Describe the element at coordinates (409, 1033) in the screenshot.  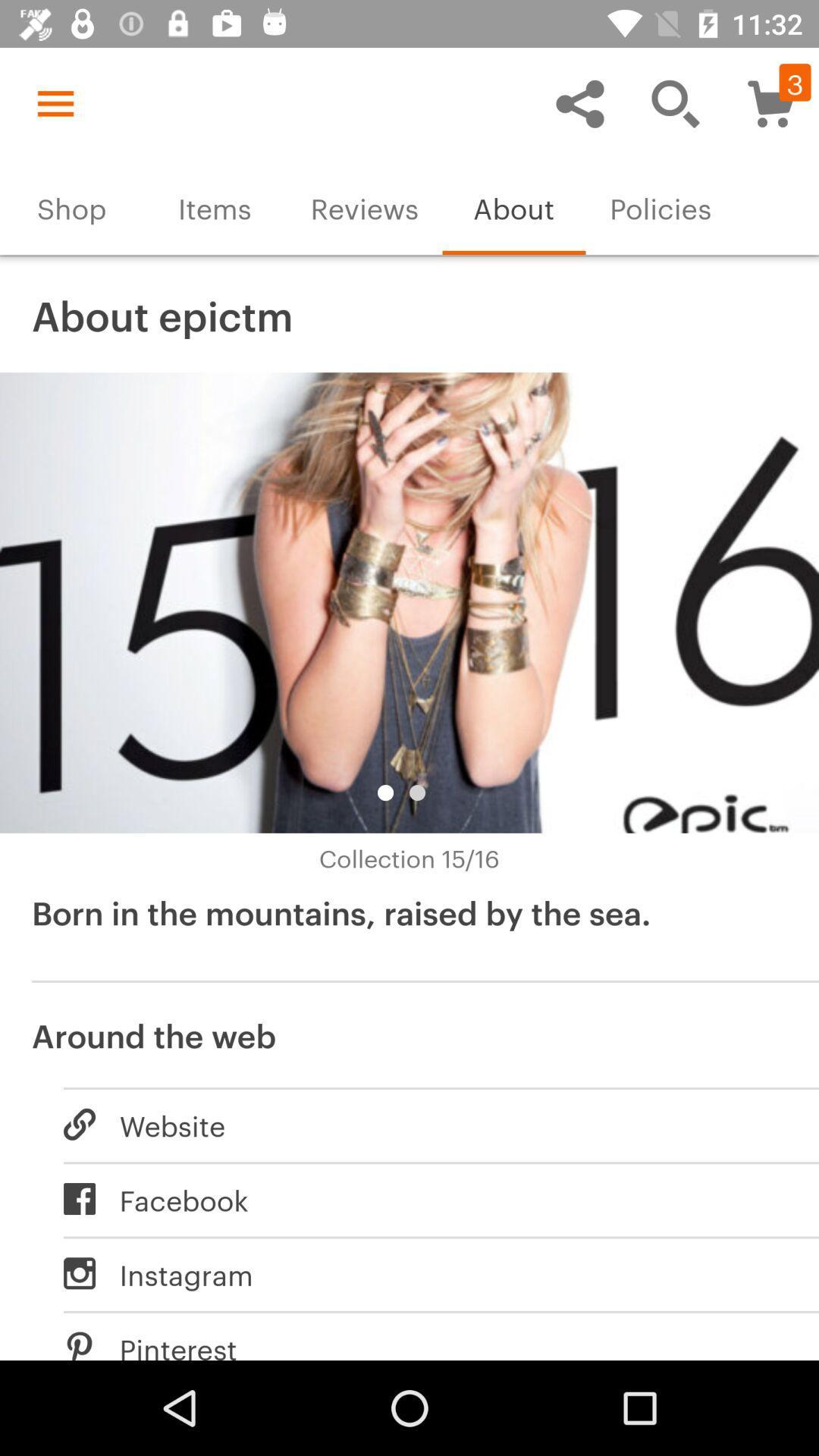
I see `item above the website` at that location.